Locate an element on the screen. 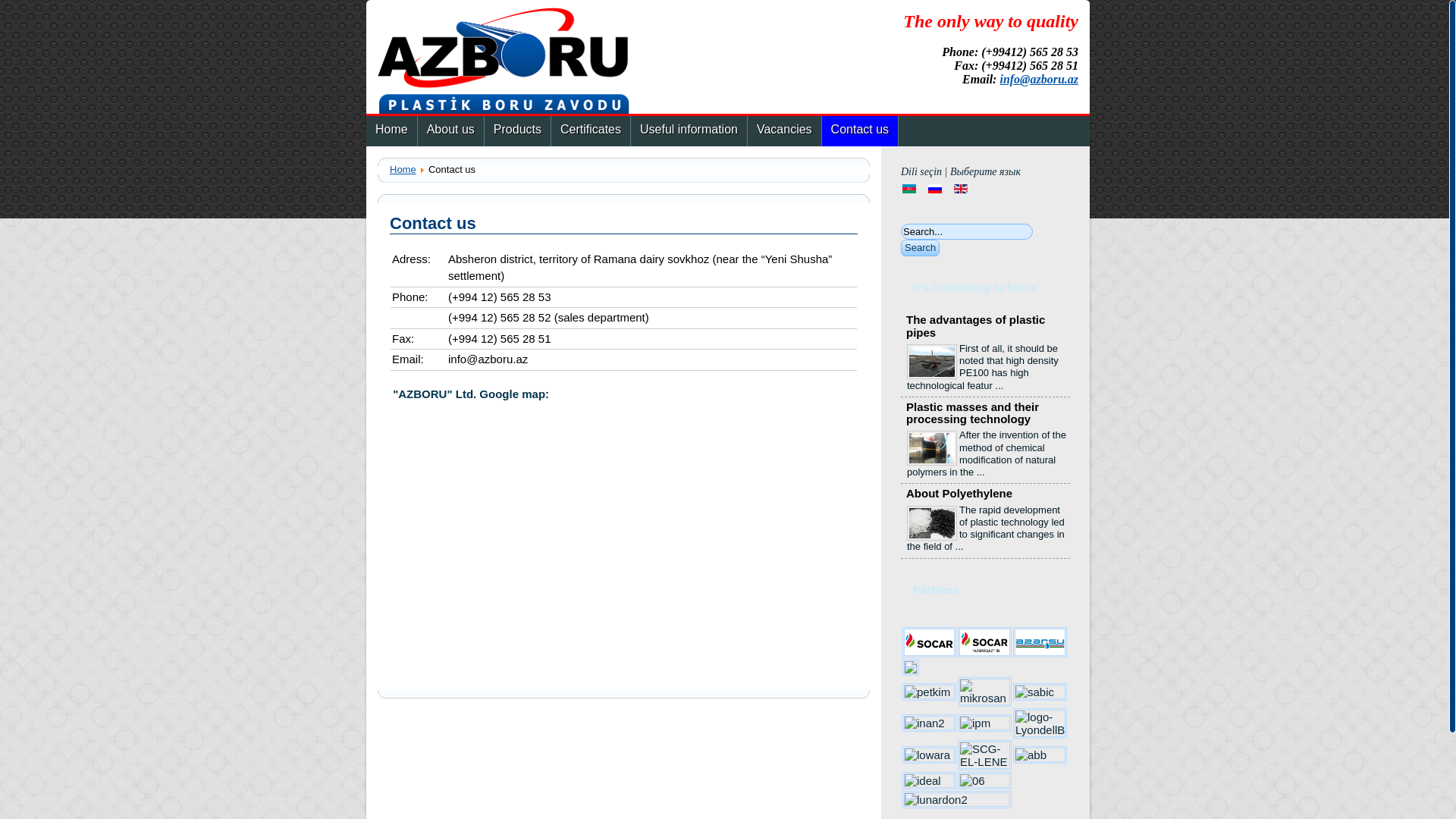  'English (UK)' is located at coordinates (960, 188).